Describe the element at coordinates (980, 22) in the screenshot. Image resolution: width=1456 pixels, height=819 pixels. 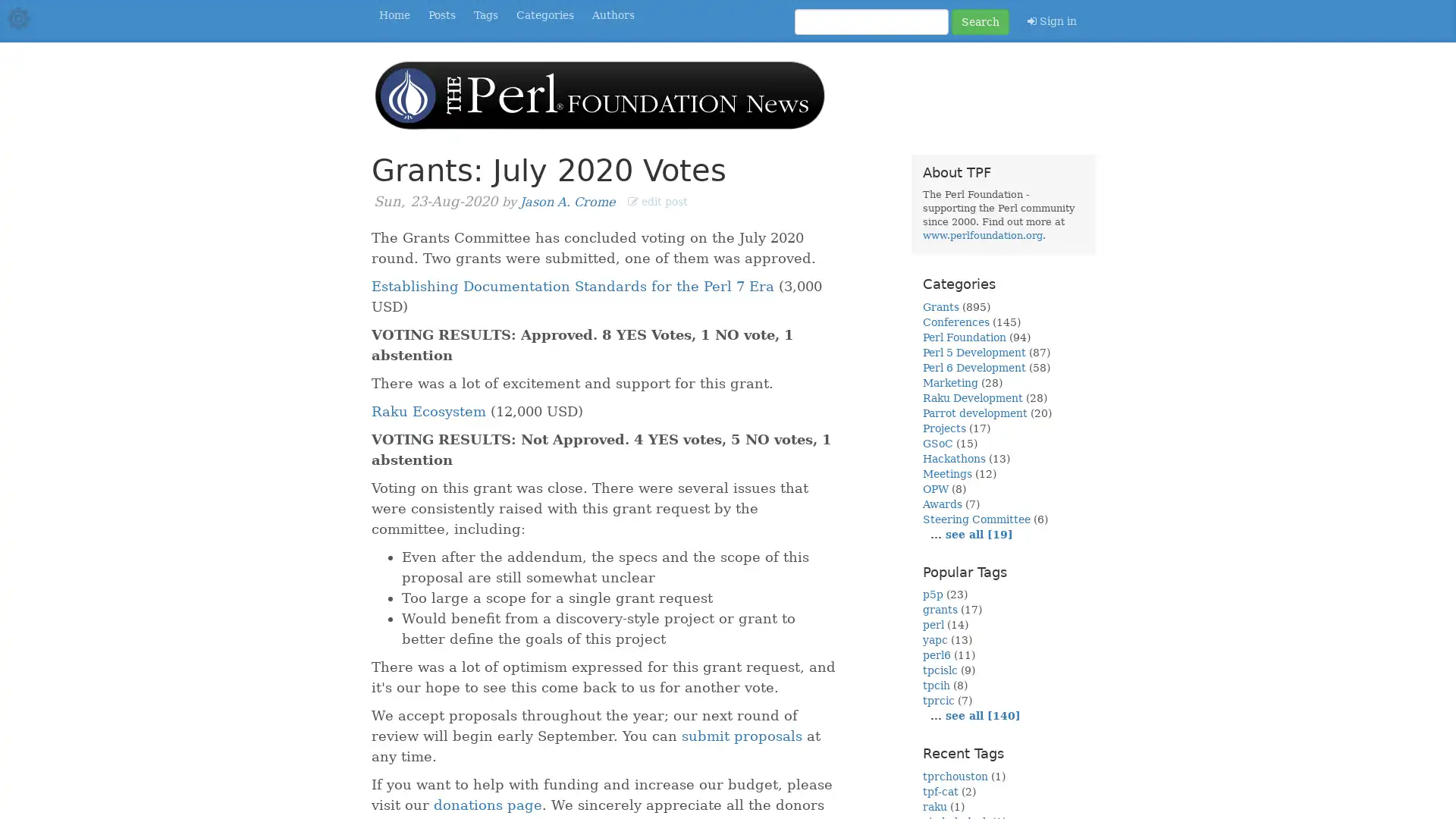
I see `Search` at that location.